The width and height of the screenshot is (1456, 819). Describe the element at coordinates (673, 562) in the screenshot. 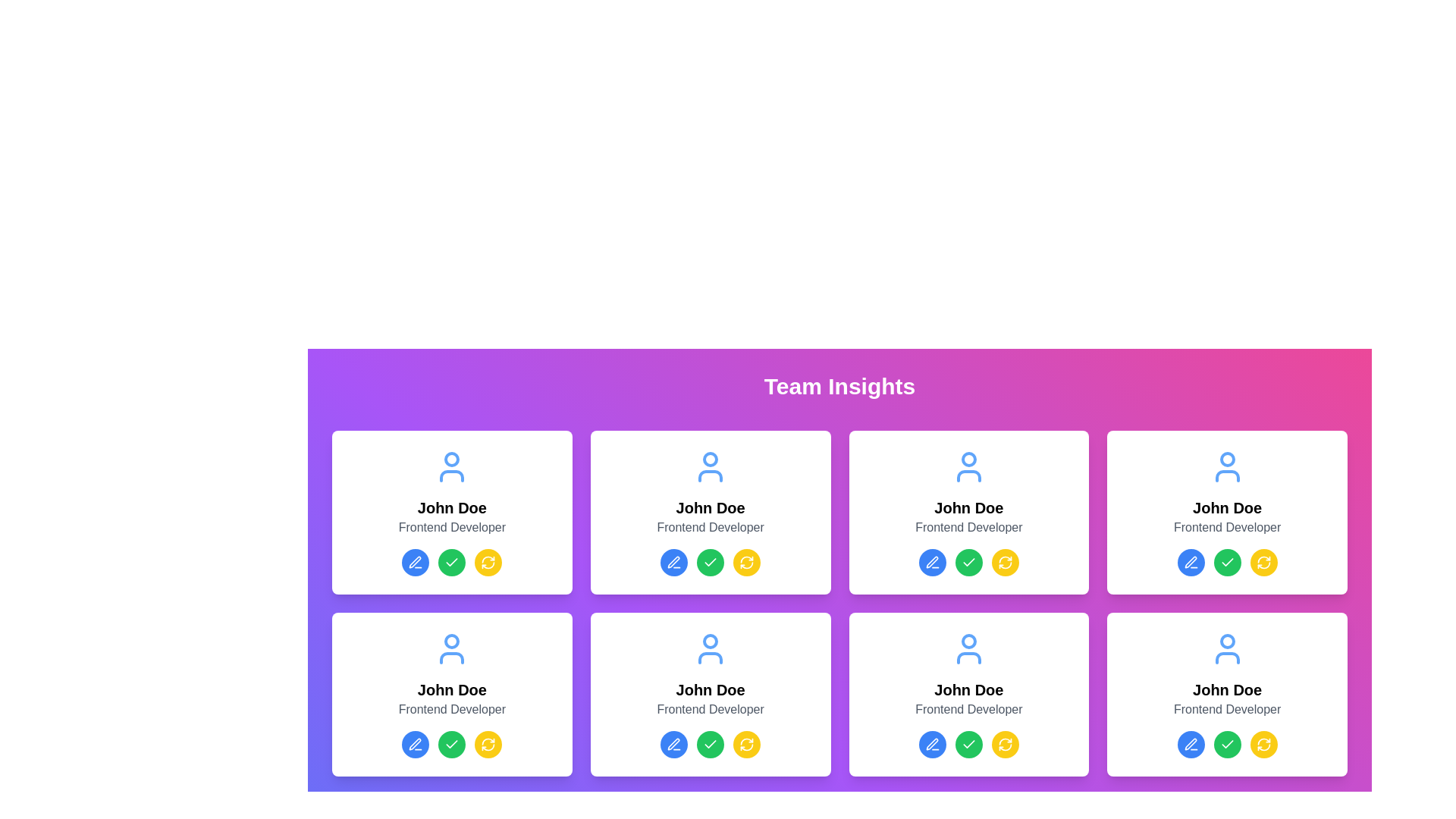

I see `the blue circular button with a pen icon located in the top-left corner of the first card in the second row, below the 'Team Insights' purple banner to initiate an edit action` at that location.